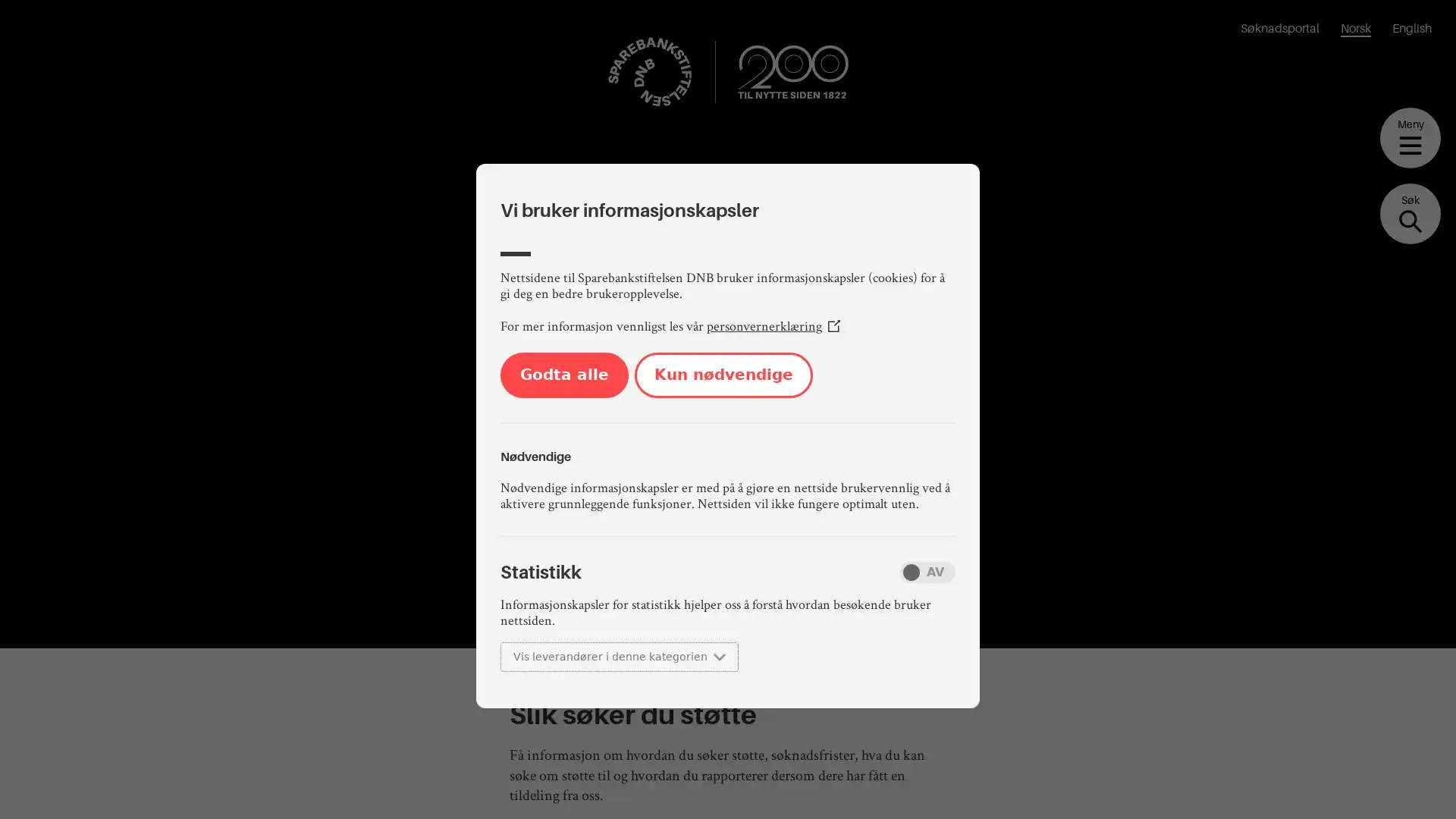 This screenshot has width=1456, height=819. I want to click on Godta alle, so click(563, 375).